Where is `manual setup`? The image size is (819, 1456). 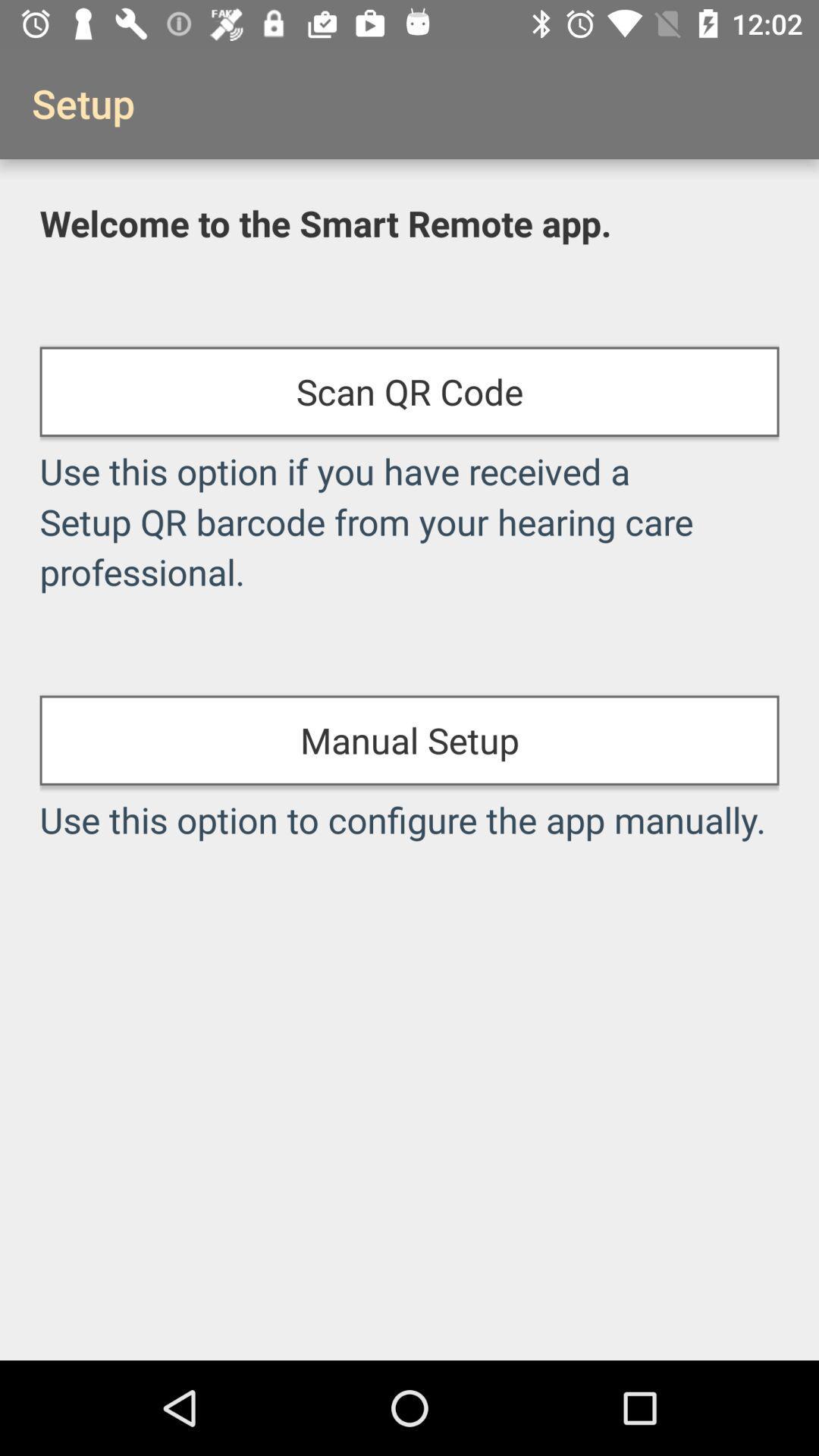
manual setup is located at coordinates (409, 740).